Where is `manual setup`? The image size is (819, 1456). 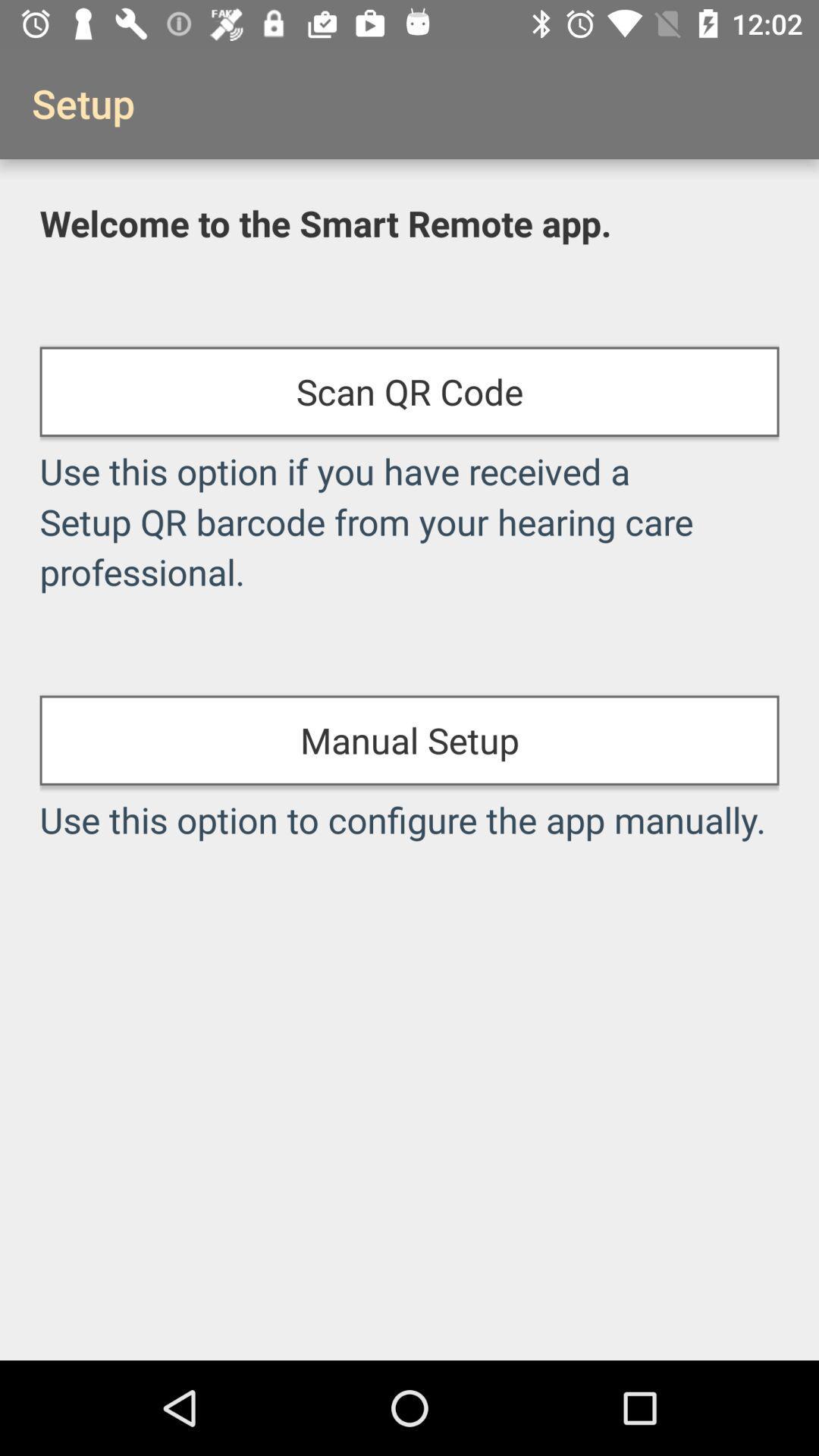
manual setup is located at coordinates (409, 740).